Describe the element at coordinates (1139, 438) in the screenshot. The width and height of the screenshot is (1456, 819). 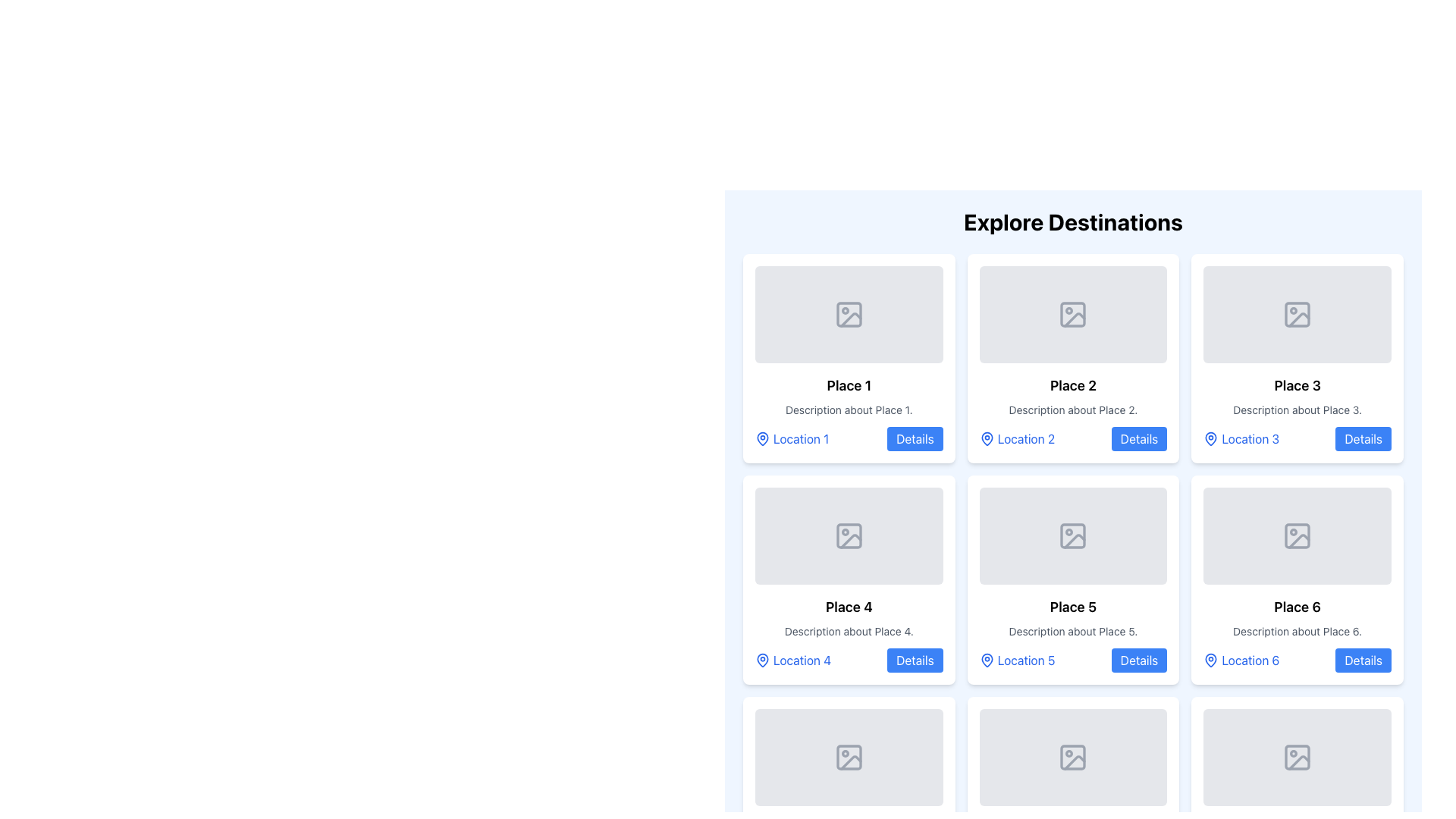
I see `the 'Details' button, which is a rectangular button with bold white text on a blue background located at the bottom-right corner of the second card in the 'Explore Destinations' section` at that location.